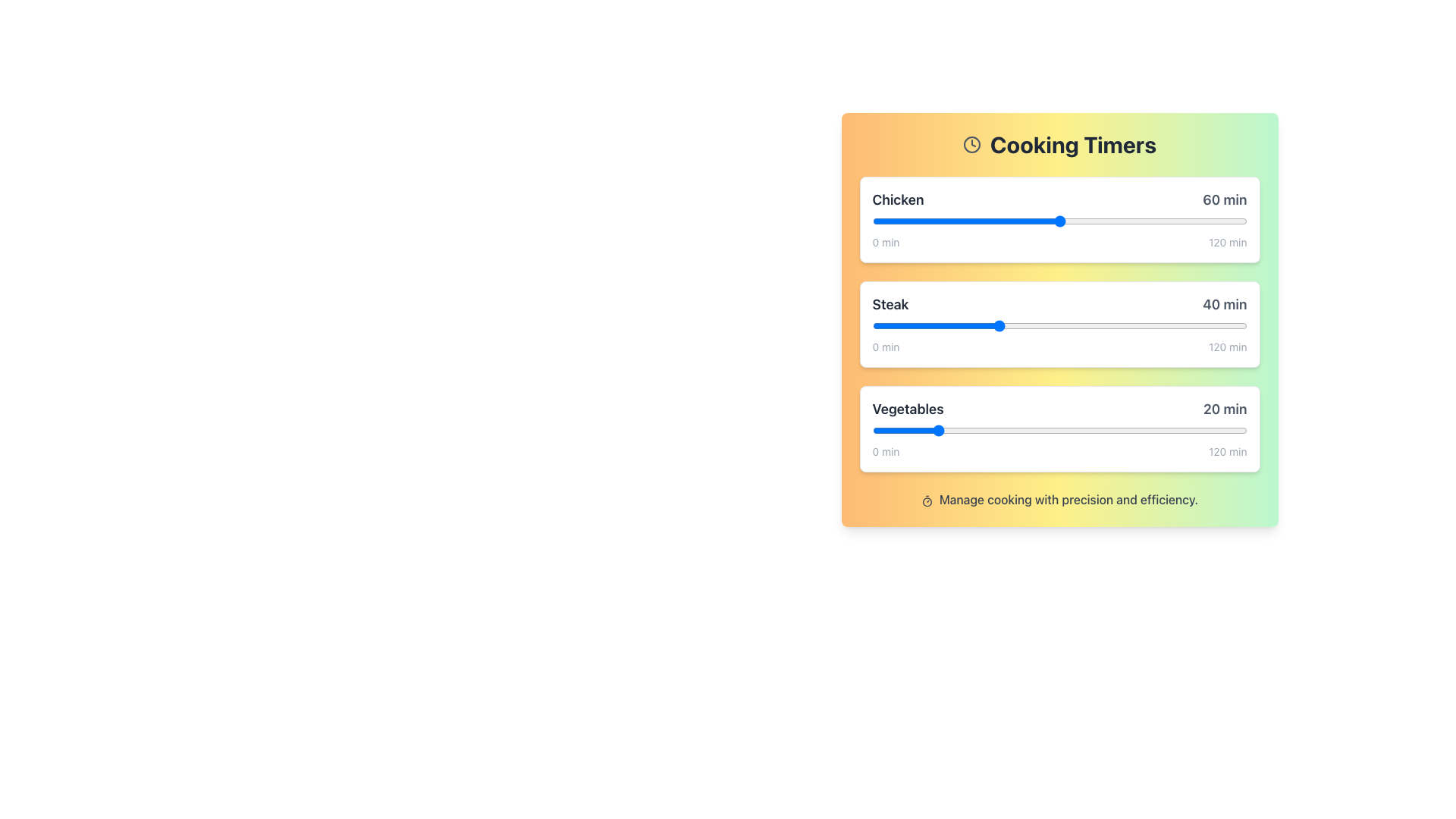 This screenshot has width=1456, height=819. What do you see at coordinates (984, 325) in the screenshot?
I see `the timer value for the slider` at bounding box center [984, 325].